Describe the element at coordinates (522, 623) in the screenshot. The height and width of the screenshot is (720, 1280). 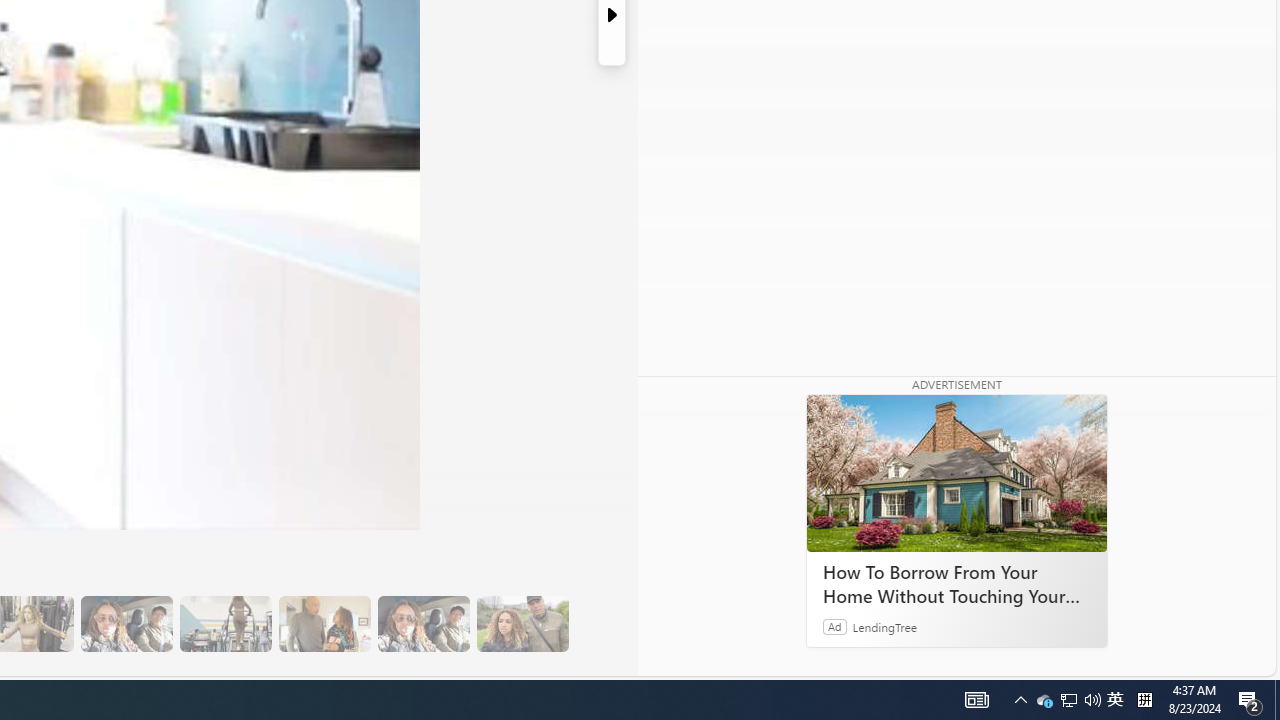
I see `'20 Overall, It Will Improve Your Health'` at that location.